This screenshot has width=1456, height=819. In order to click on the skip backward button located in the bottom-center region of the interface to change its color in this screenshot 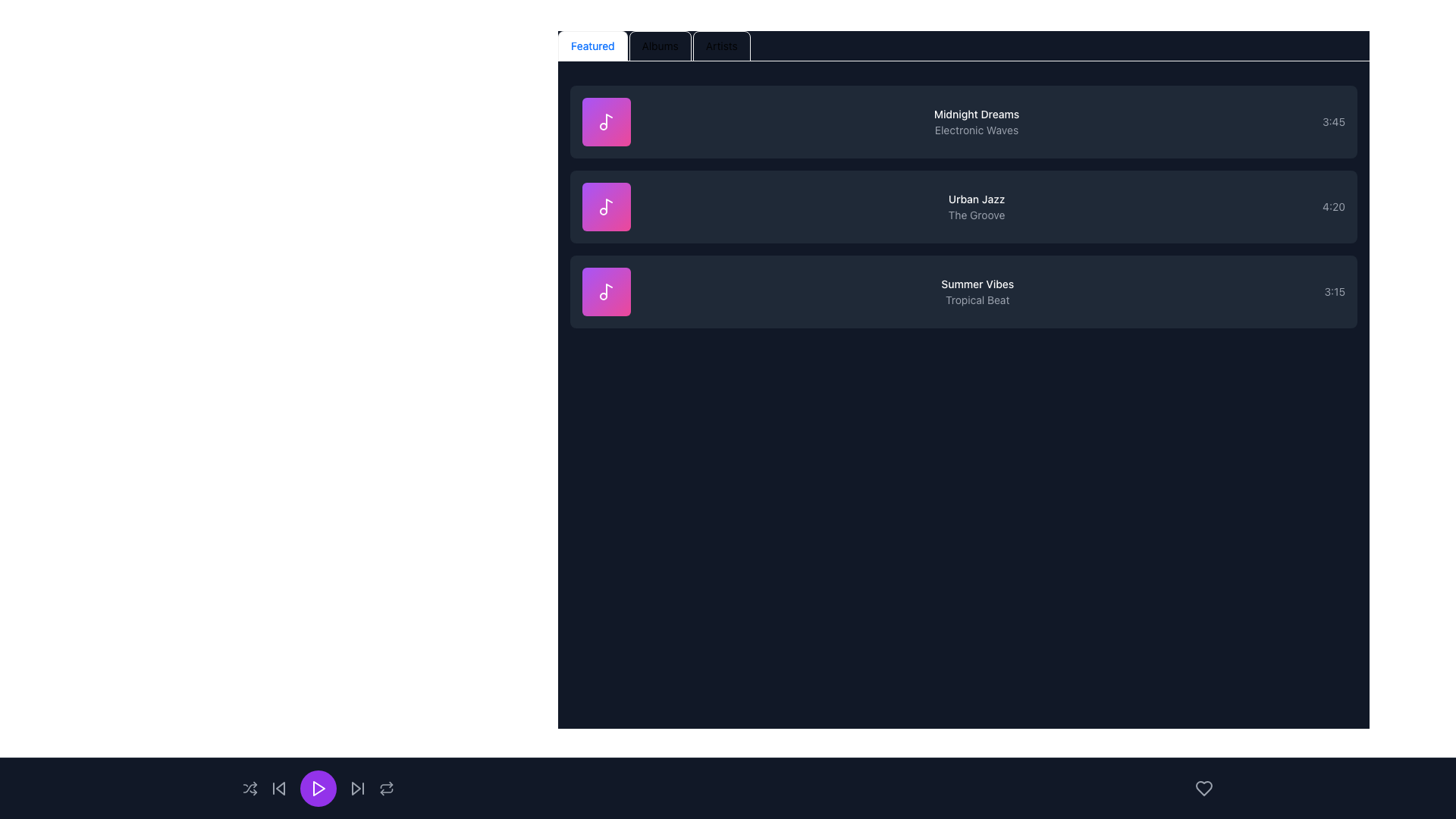, I will do `click(279, 788)`.